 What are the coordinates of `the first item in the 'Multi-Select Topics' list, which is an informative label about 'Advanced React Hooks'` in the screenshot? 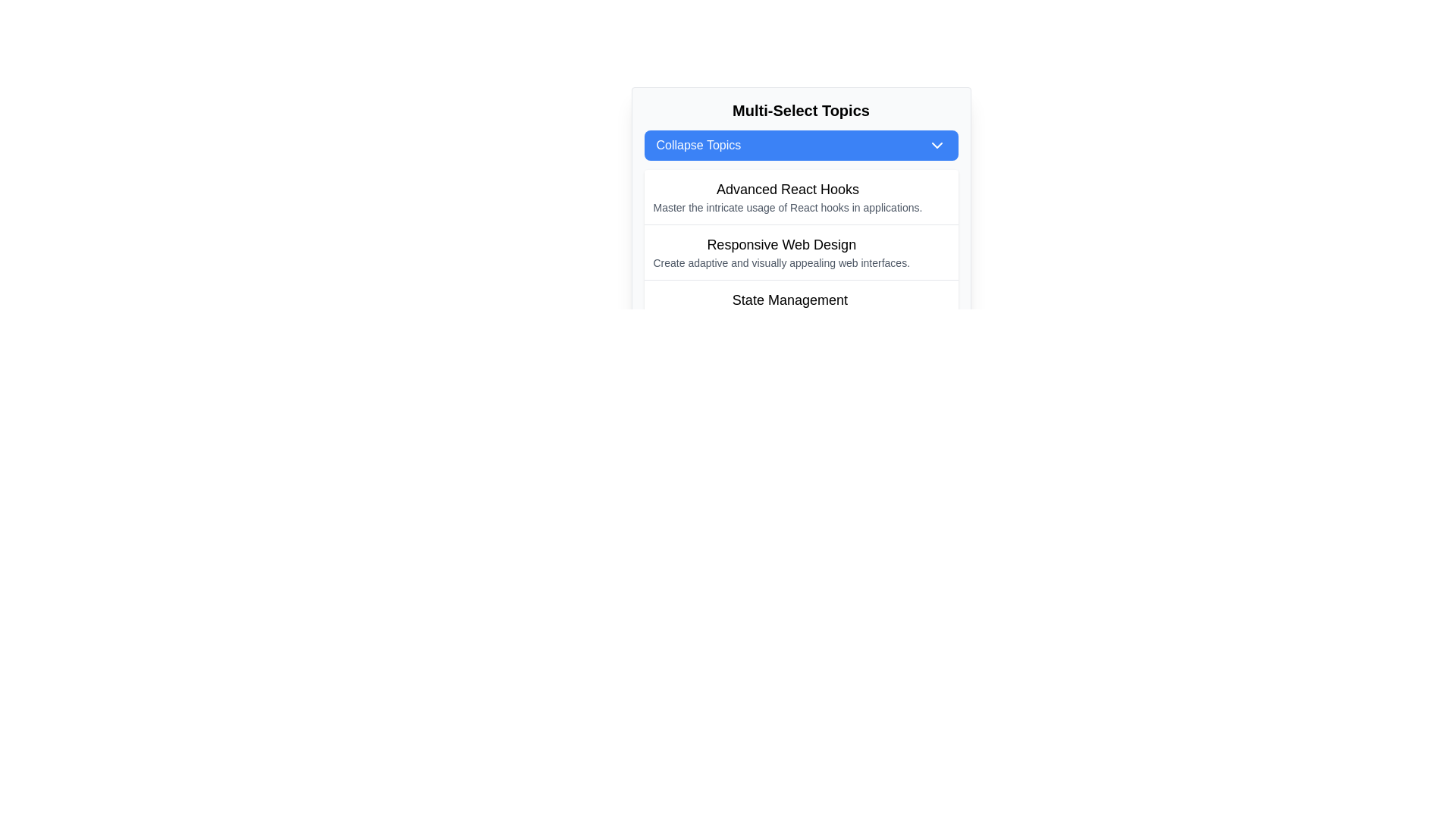 It's located at (800, 196).